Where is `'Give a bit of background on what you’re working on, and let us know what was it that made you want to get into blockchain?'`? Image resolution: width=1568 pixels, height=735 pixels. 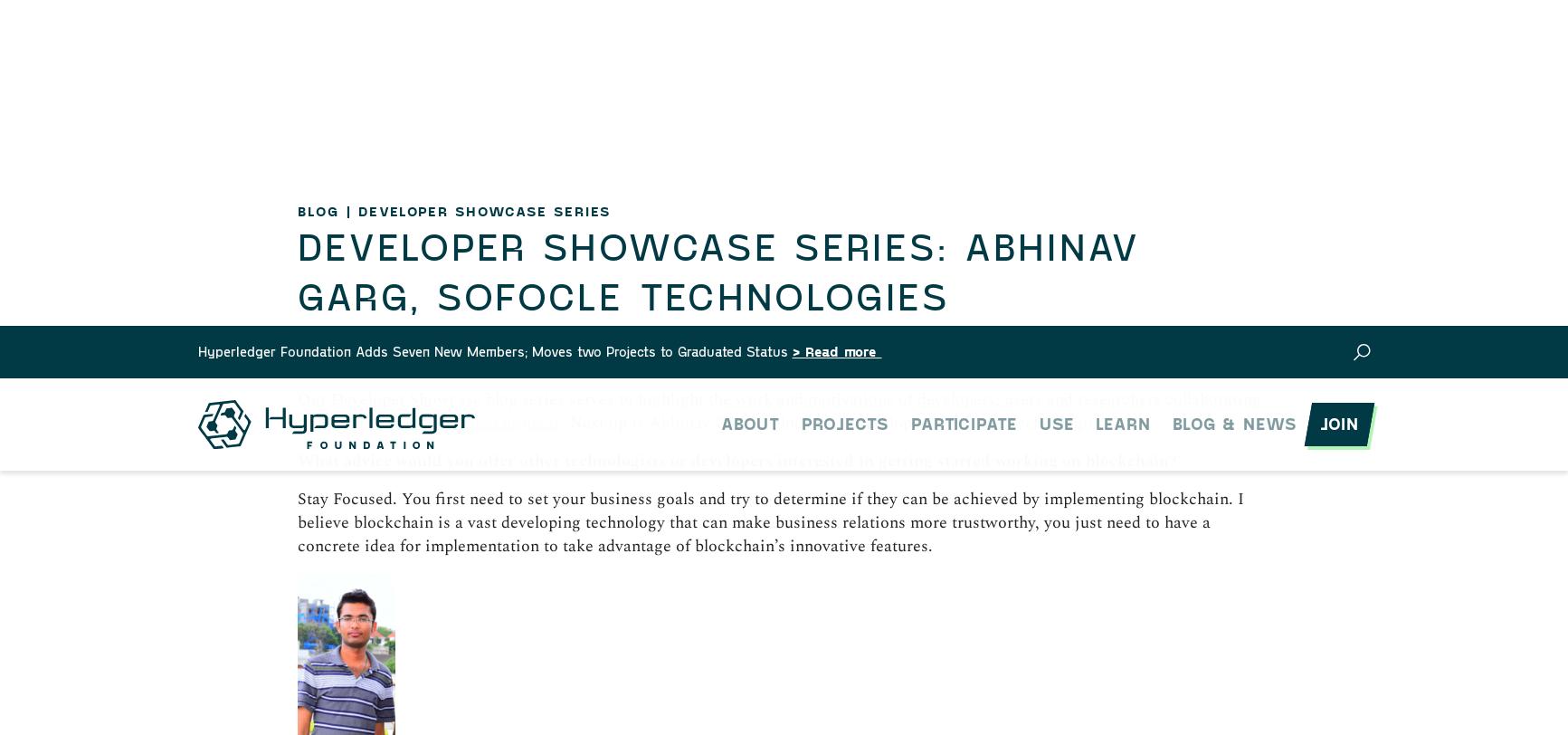
'Give a bit of background on what you’re working on, and let us know what was it that made you want to get into blockchain?' is located at coordinates (296, 518).